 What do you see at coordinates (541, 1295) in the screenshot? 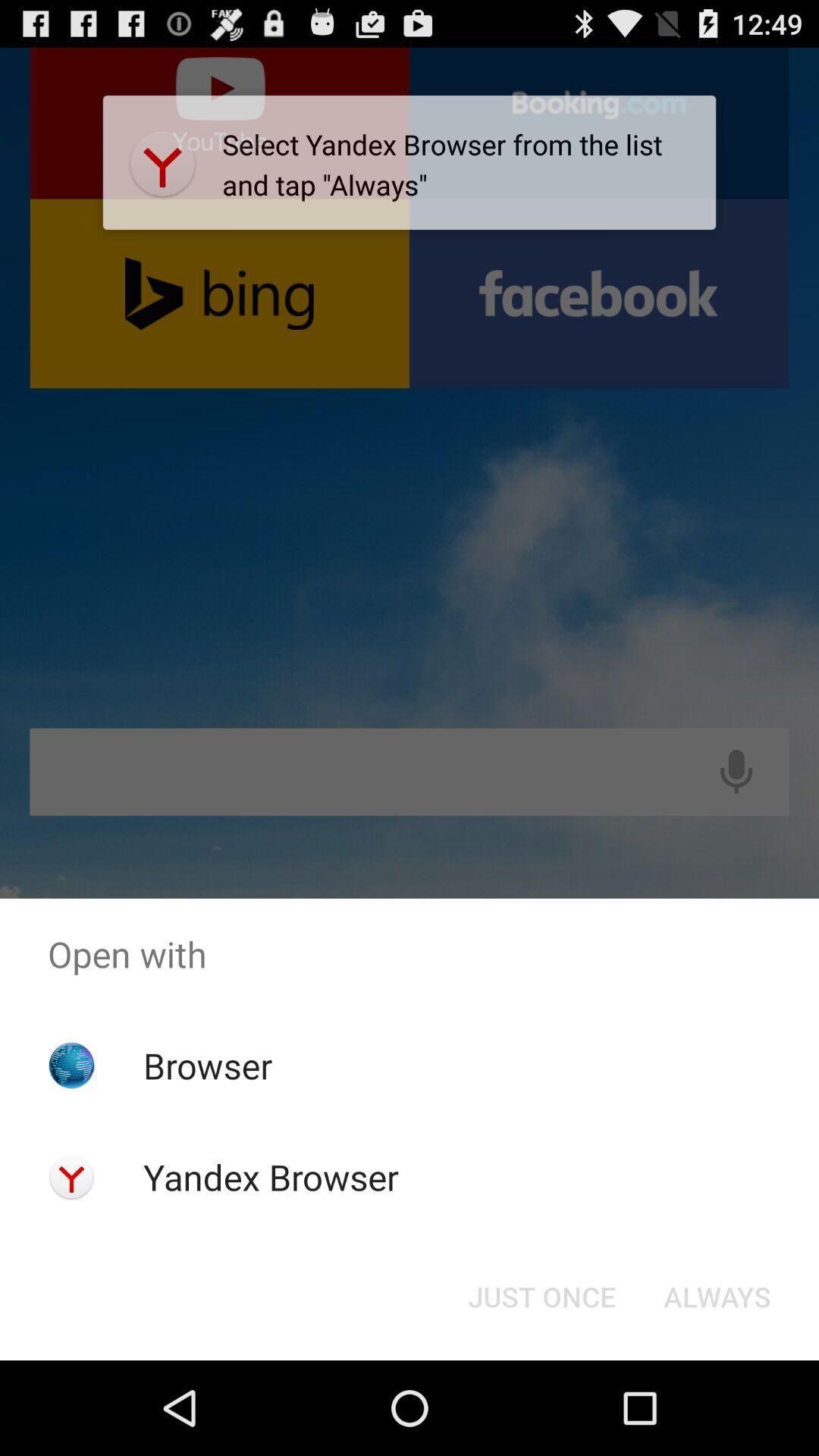
I see `the just once icon` at bounding box center [541, 1295].